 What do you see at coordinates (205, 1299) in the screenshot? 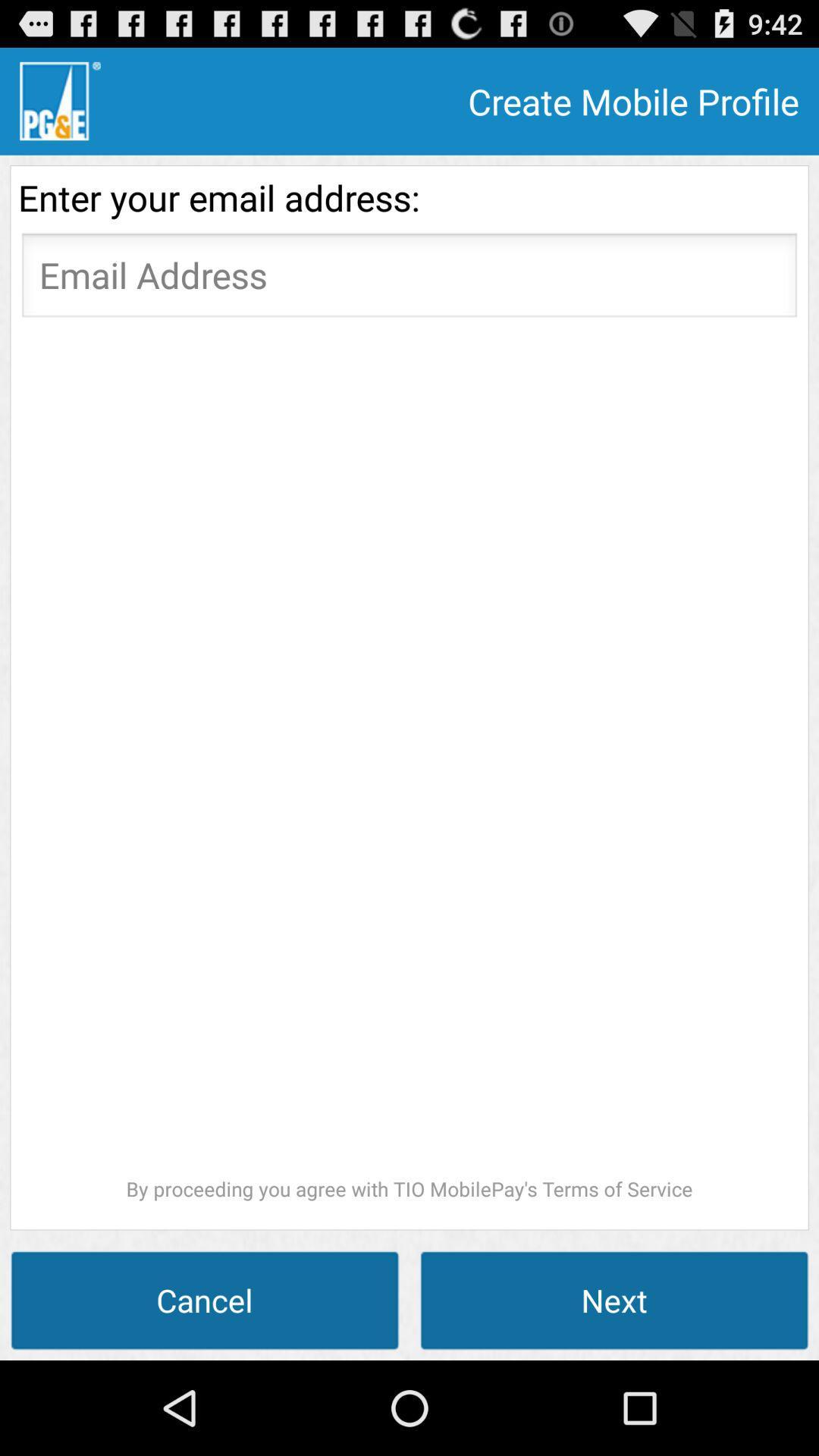
I see `icon next to the next icon` at bounding box center [205, 1299].